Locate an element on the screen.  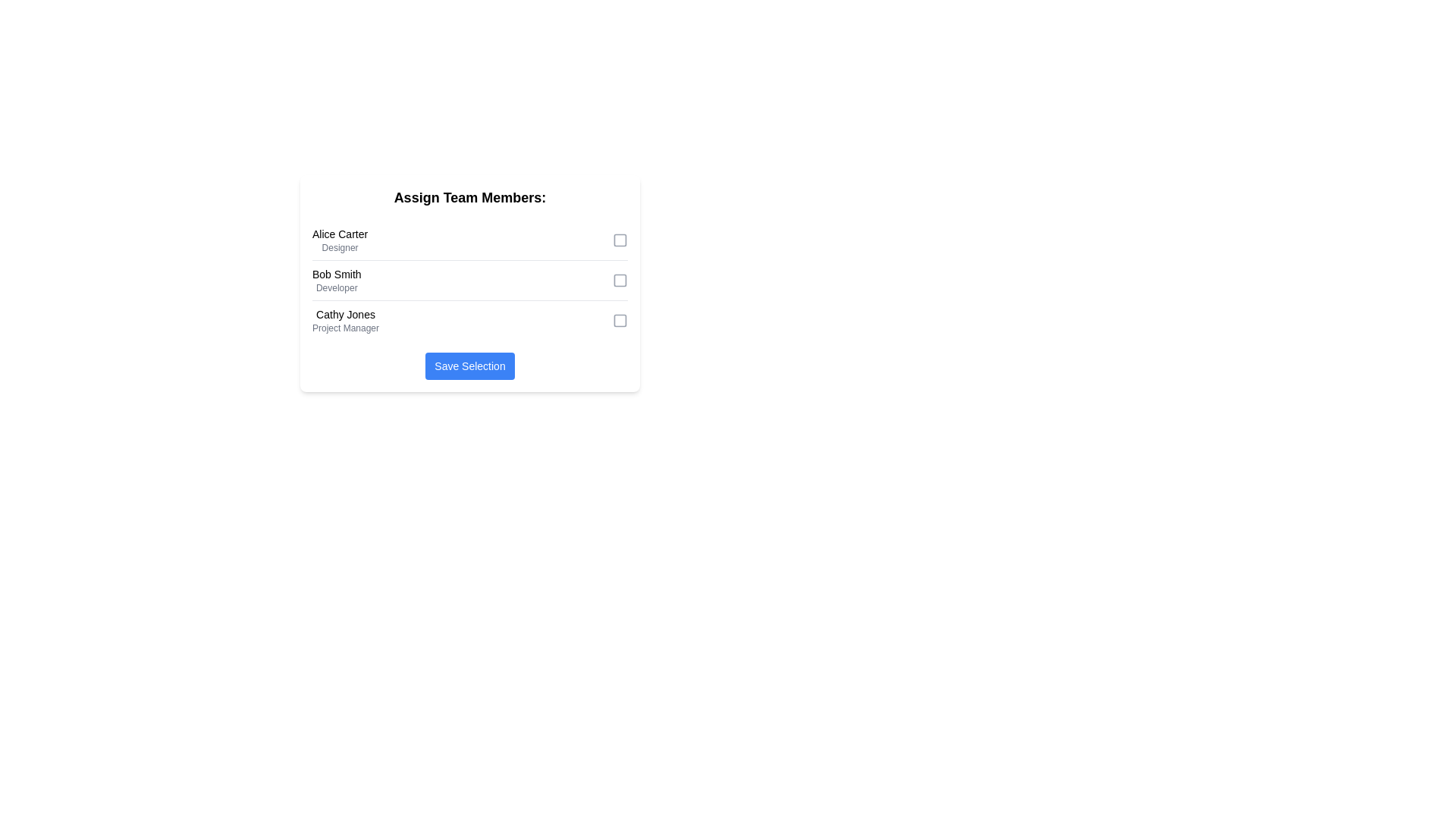
the text label indicating the role or designation of 'Cathy Jones' in the team members list, which is centrally positioned in the column of the dialog box is located at coordinates (345, 327).